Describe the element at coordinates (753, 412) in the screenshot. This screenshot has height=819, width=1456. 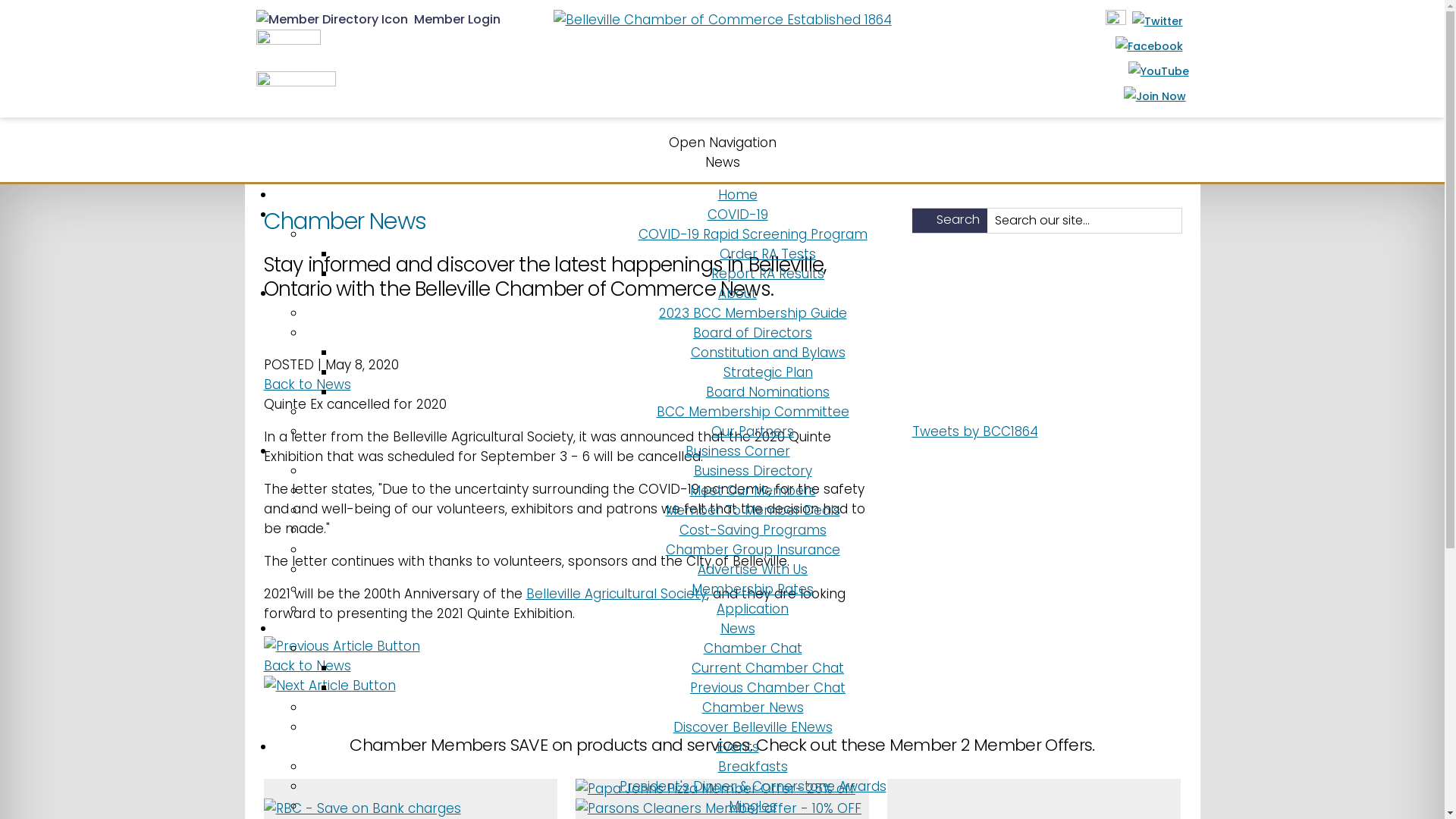
I see `'BCC Membership Committee'` at that location.